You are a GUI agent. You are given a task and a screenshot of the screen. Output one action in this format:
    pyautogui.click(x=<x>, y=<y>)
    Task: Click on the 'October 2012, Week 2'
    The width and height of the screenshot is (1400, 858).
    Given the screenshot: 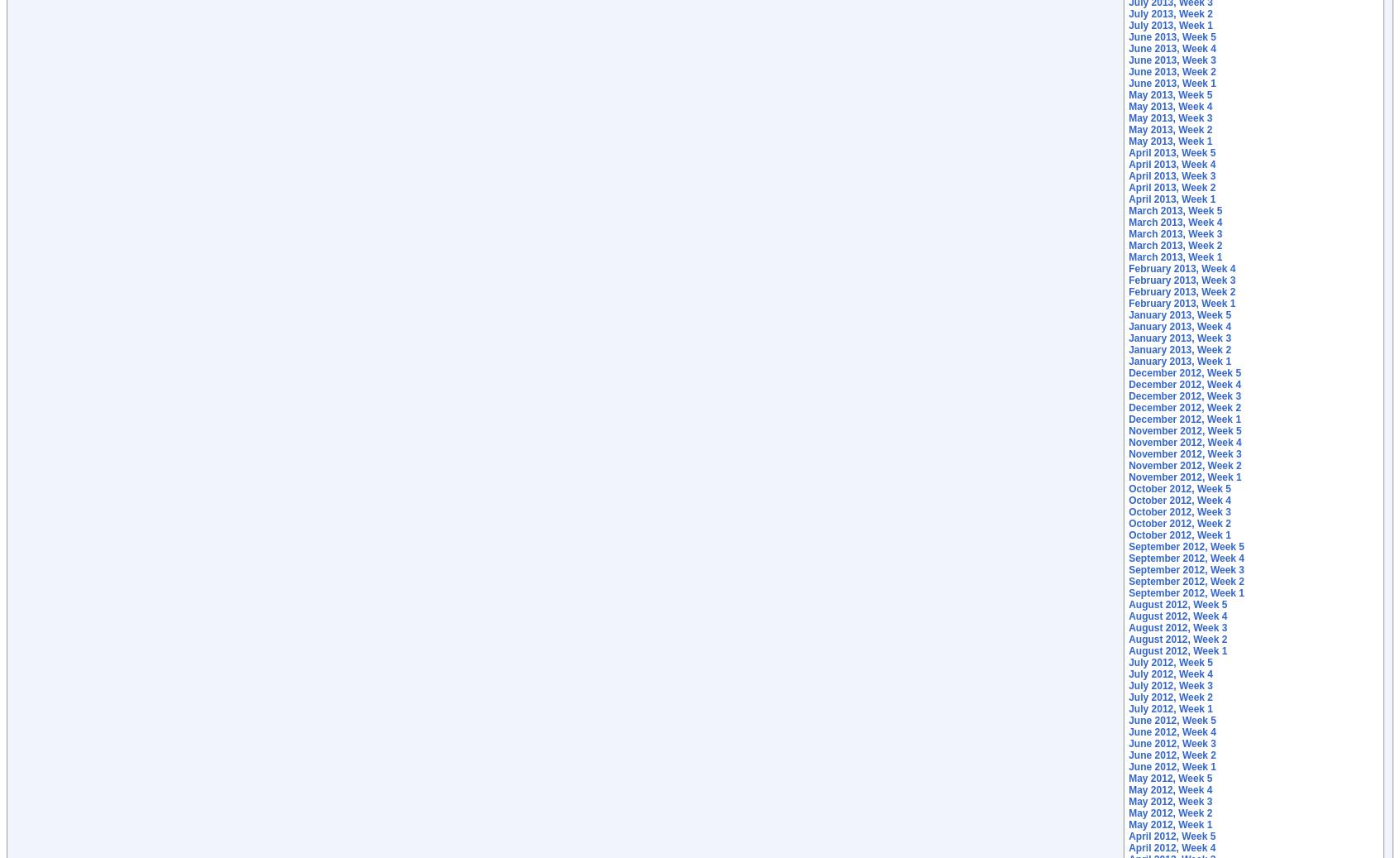 What is the action you would take?
    pyautogui.click(x=1179, y=523)
    